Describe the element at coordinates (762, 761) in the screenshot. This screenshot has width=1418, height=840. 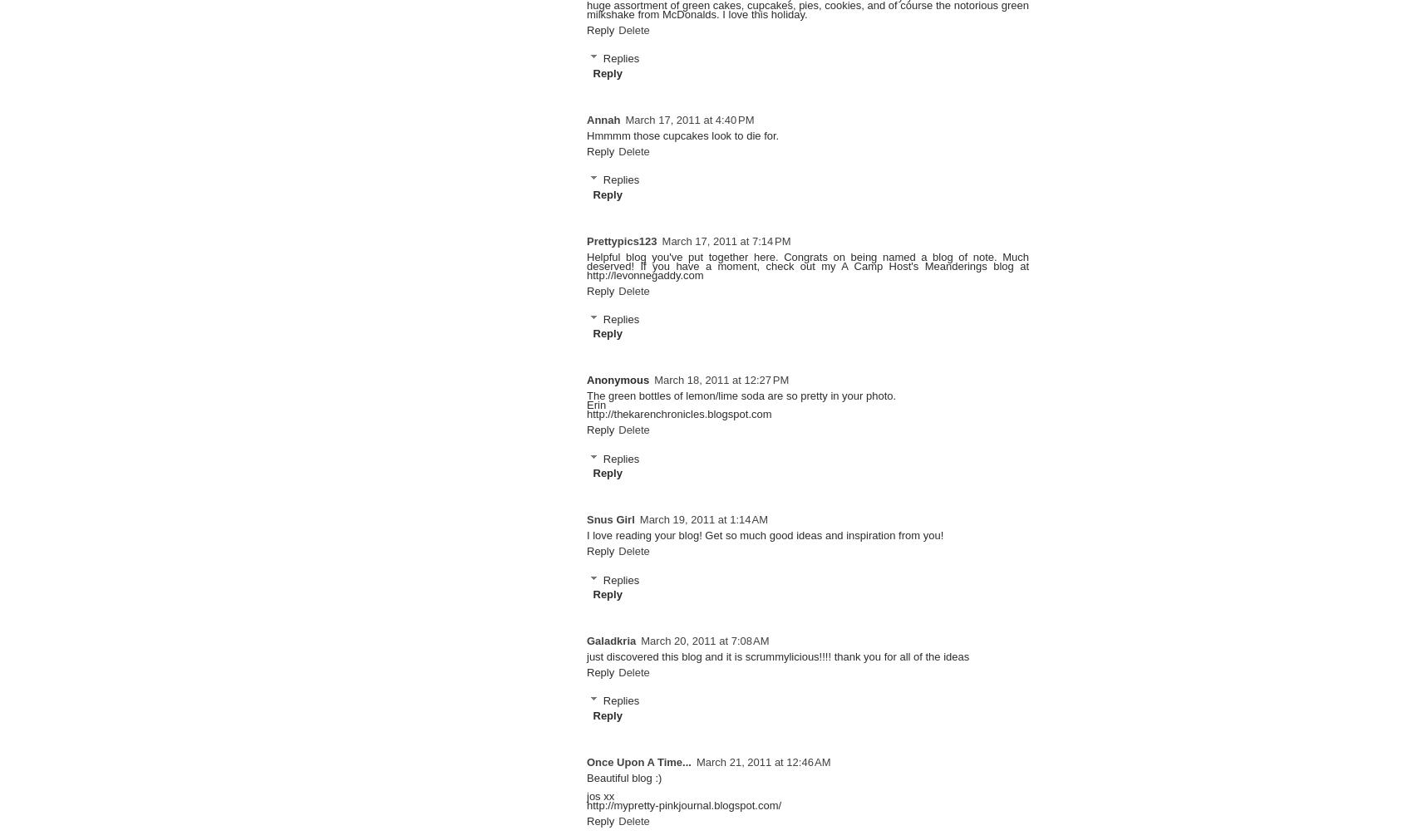
I see `'March 21, 2011 at 12:46 AM'` at that location.